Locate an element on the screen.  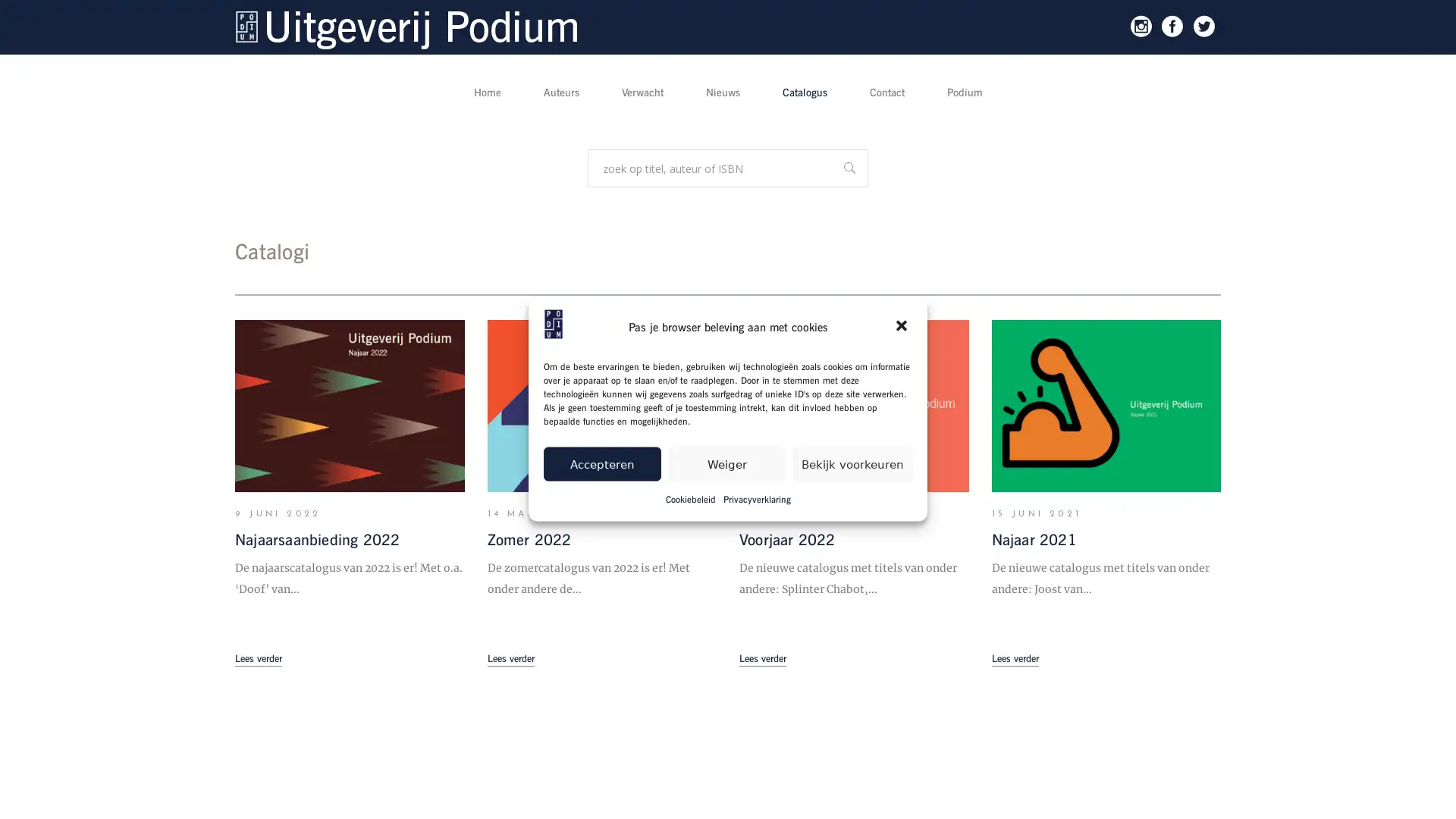
Bekijk voorkeuren is located at coordinates (852, 463).